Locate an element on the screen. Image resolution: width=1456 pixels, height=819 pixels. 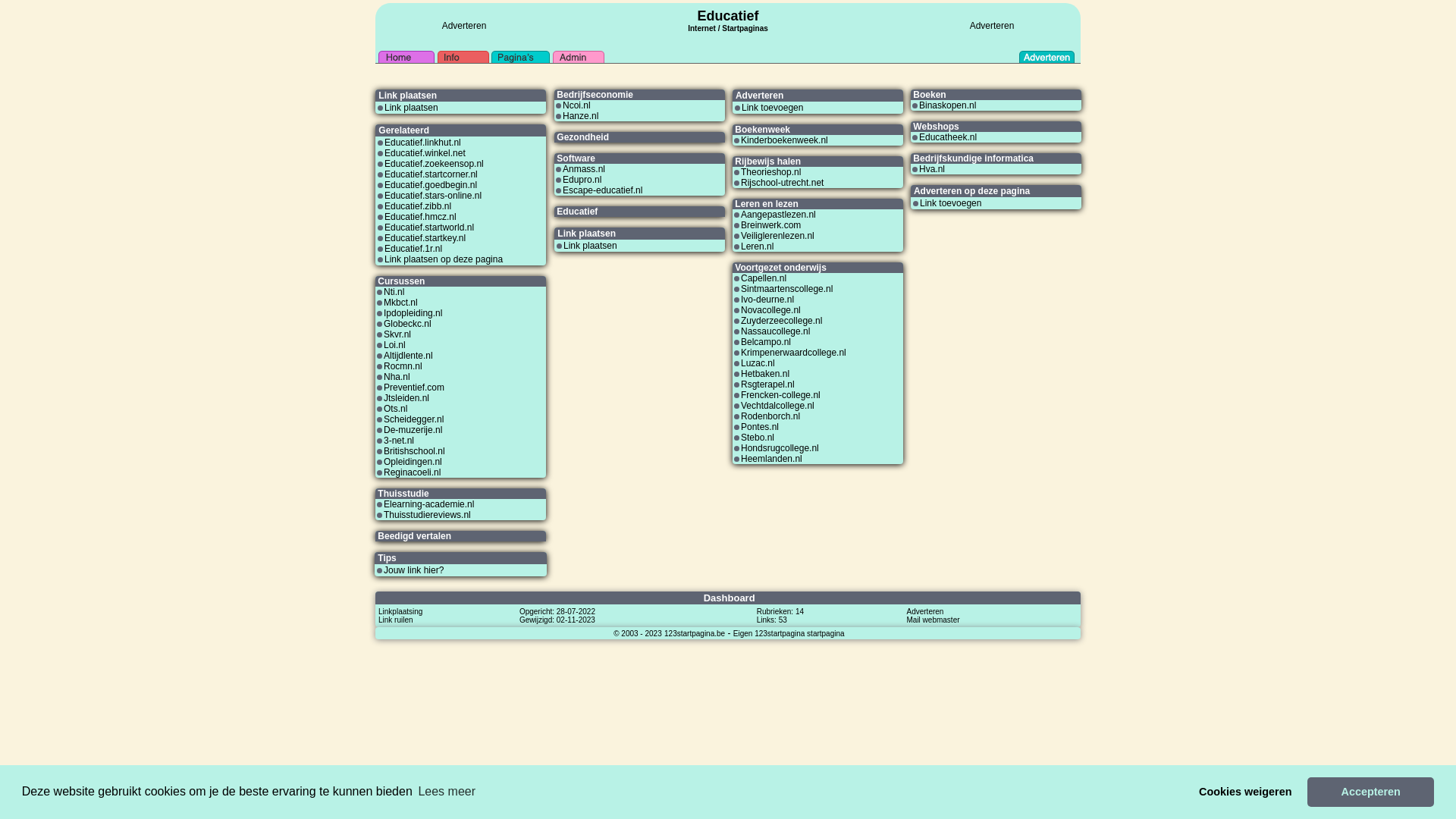
'Educatief.1r.nl' is located at coordinates (413, 247).